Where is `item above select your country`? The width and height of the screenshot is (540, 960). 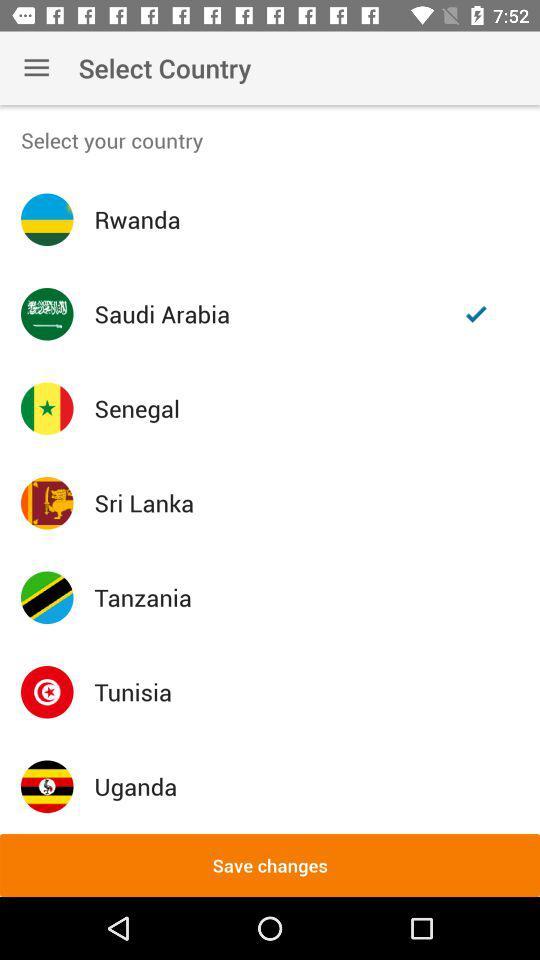 item above select your country is located at coordinates (36, 68).